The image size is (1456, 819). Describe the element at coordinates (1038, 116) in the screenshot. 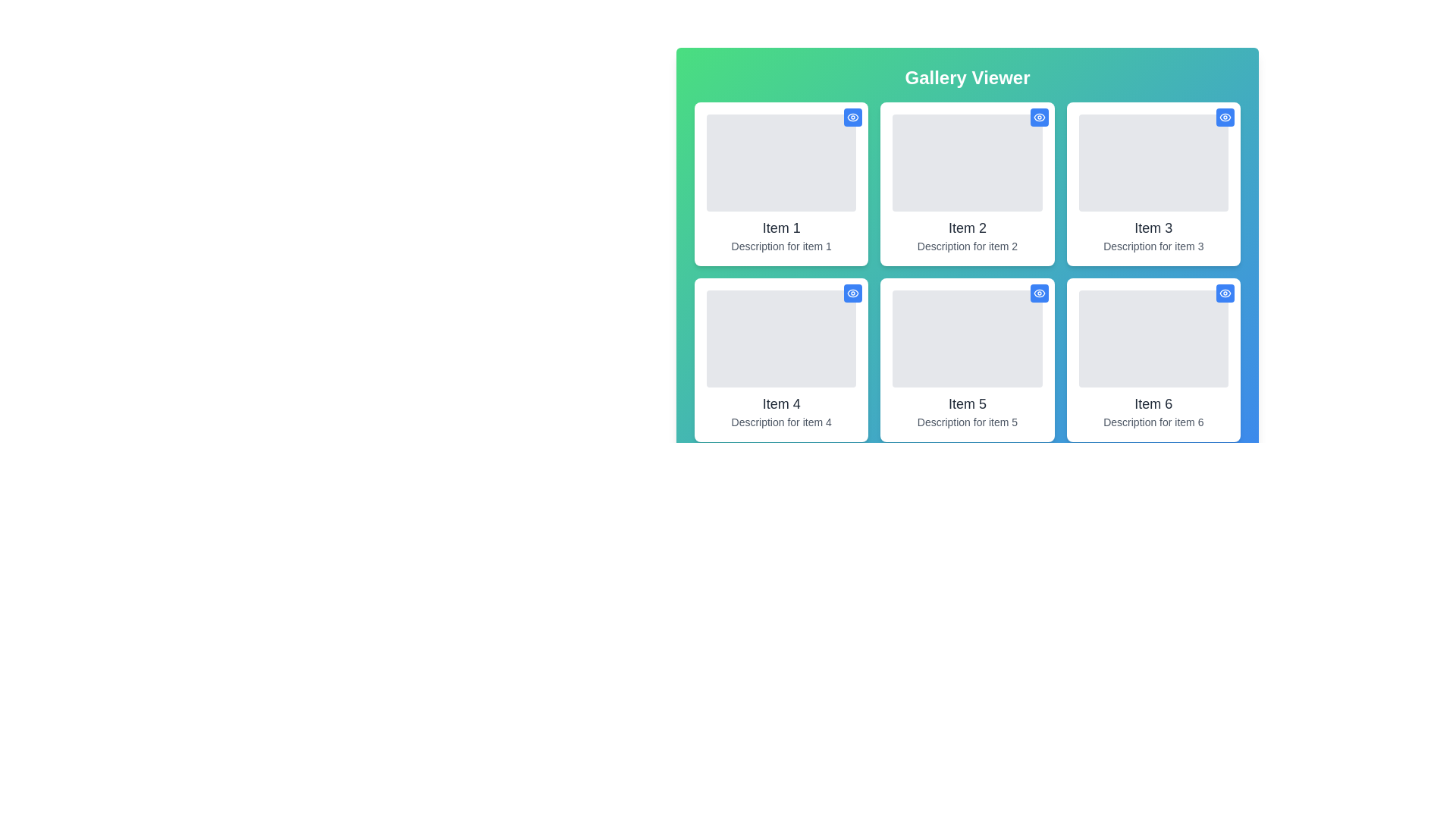

I see `the small rounded blue button with an eye icon located in the top-right corner of the 'Item 2' card` at that location.